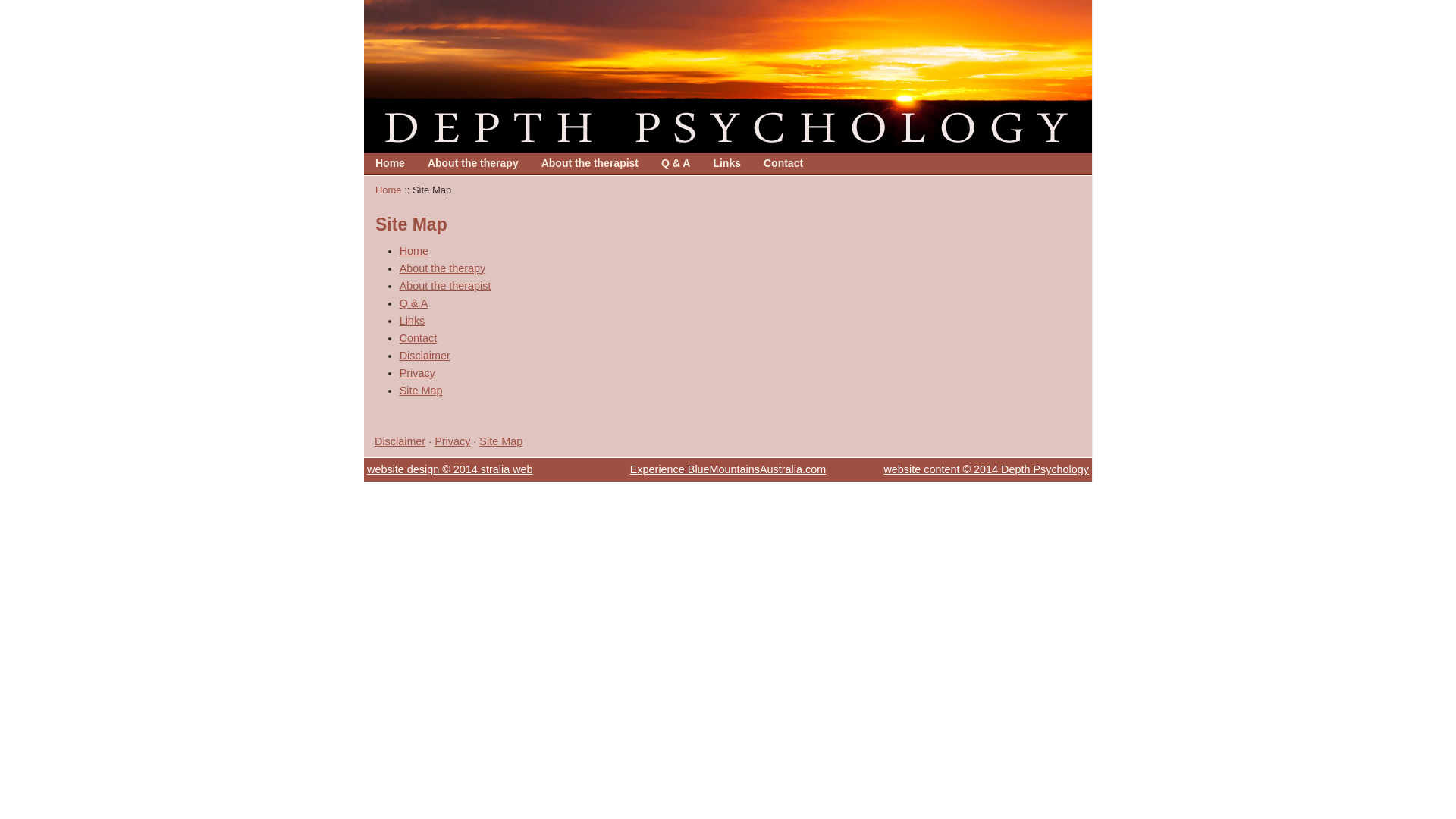  Describe the element at coordinates (451, 441) in the screenshot. I see `'Privacy'` at that location.